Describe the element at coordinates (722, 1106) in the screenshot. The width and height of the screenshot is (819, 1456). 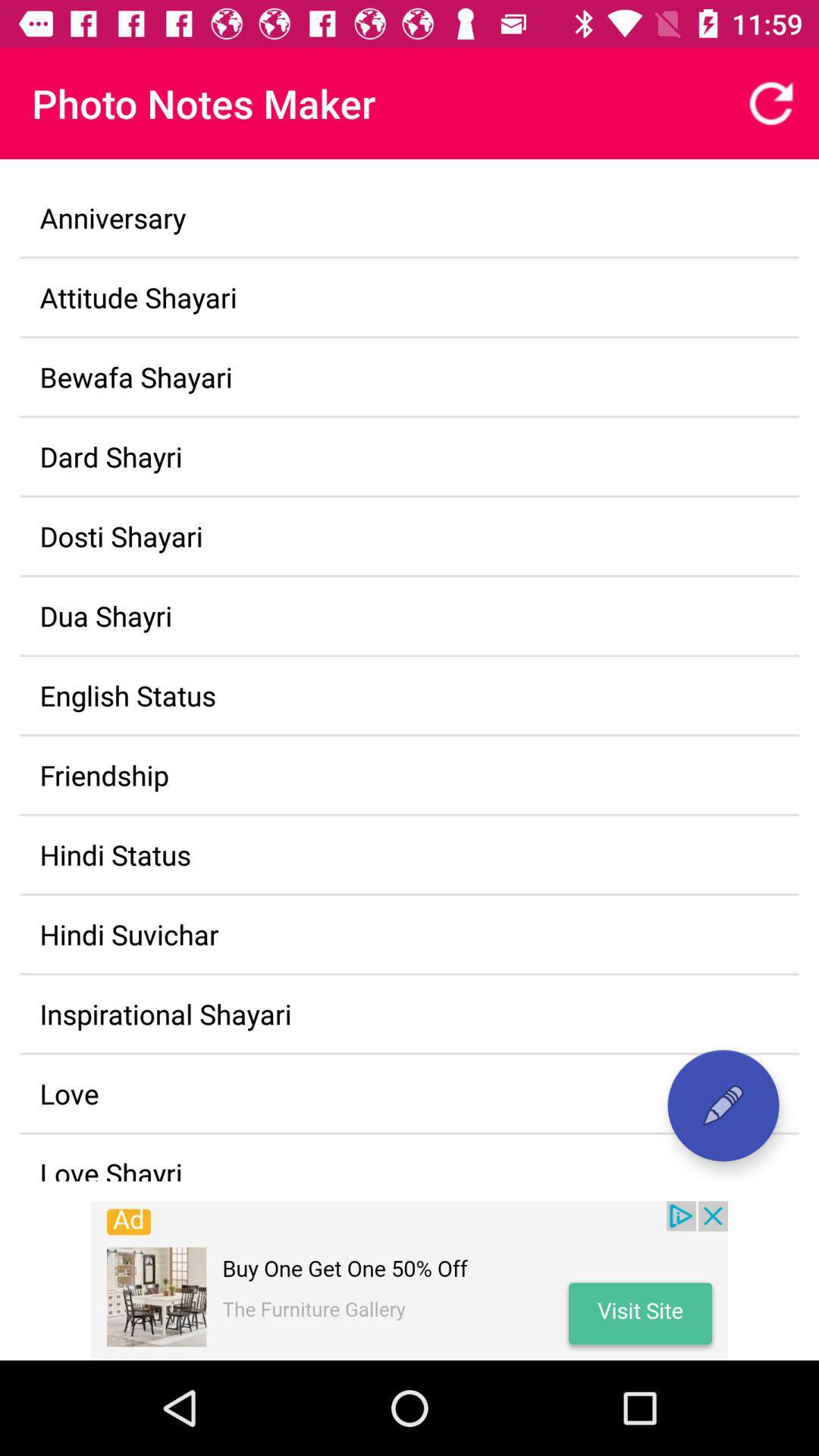
I see `the edit icon` at that location.